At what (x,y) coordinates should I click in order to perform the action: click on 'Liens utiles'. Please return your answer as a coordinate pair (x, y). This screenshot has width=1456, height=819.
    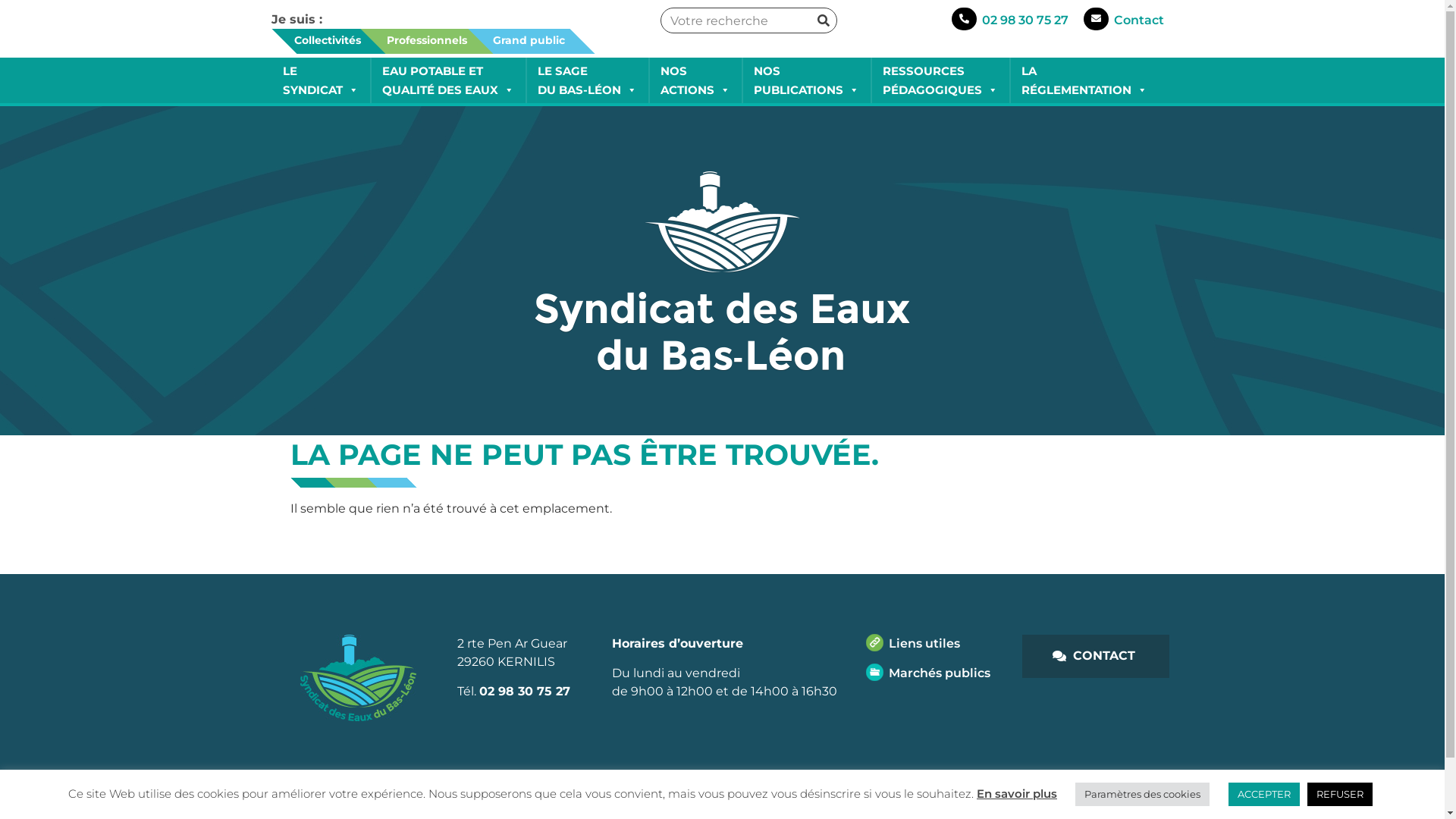
    Looking at the image, I should click on (866, 643).